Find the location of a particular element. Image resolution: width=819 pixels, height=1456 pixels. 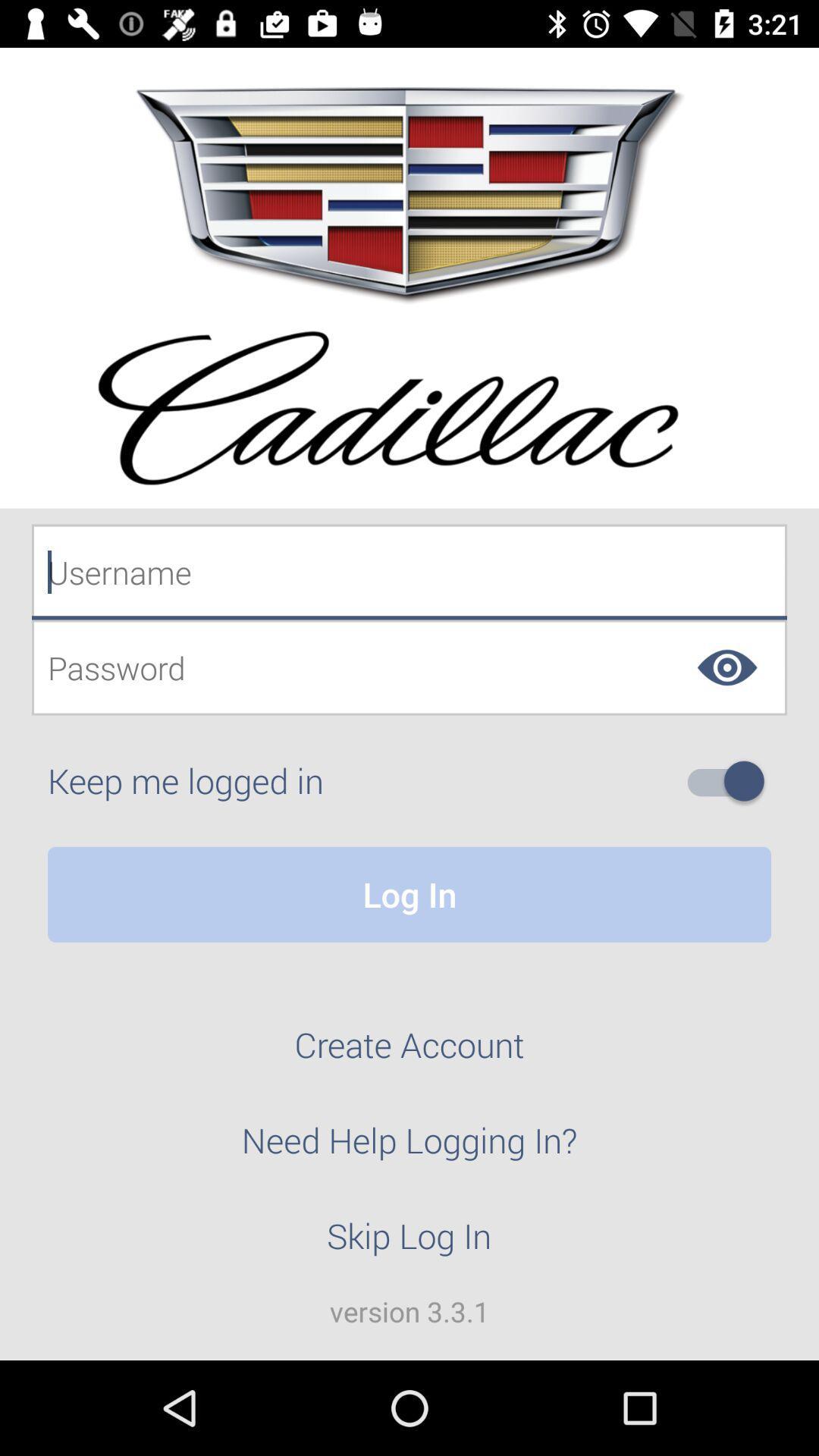

icon above log in is located at coordinates (731, 781).